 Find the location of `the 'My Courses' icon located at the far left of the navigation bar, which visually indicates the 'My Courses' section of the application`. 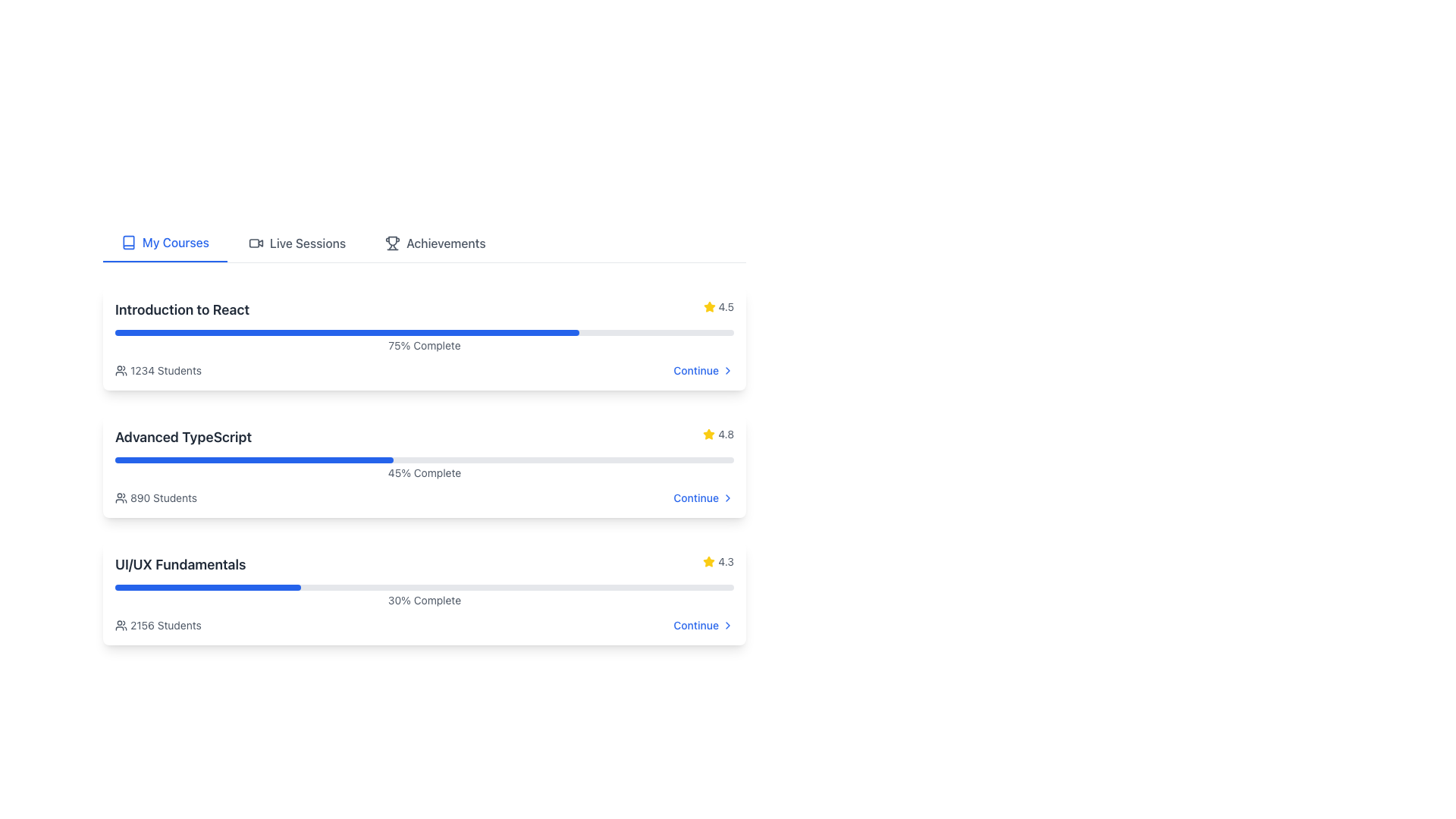

the 'My Courses' icon located at the far left of the navigation bar, which visually indicates the 'My Courses' section of the application is located at coordinates (128, 242).